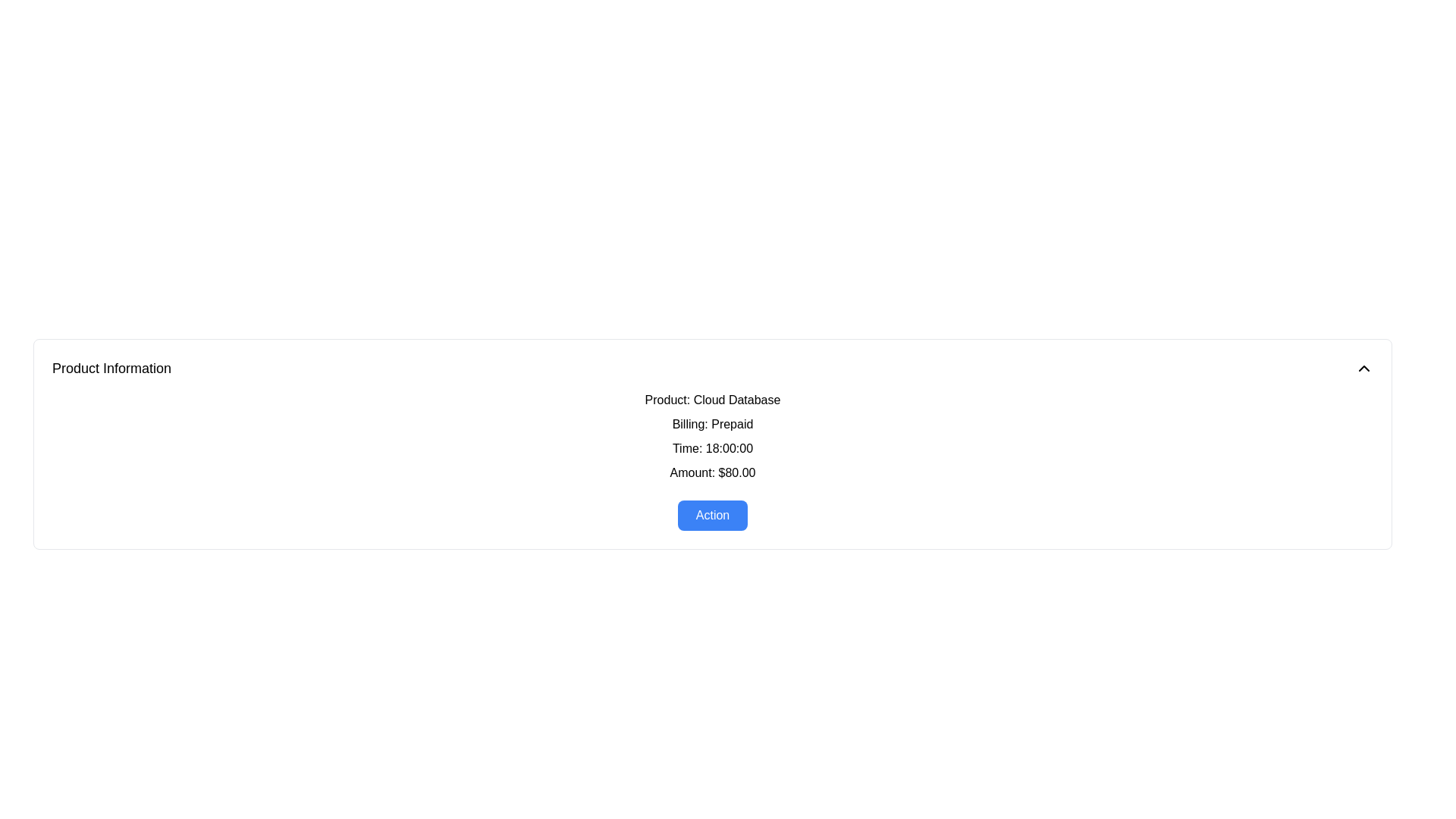 The height and width of the screenshot is (819, 1456). Describe the element at coordinates (712, 514) in the screenshot. I see `the blue rectangular button labeled 'Action' with white text in the center` at that location.